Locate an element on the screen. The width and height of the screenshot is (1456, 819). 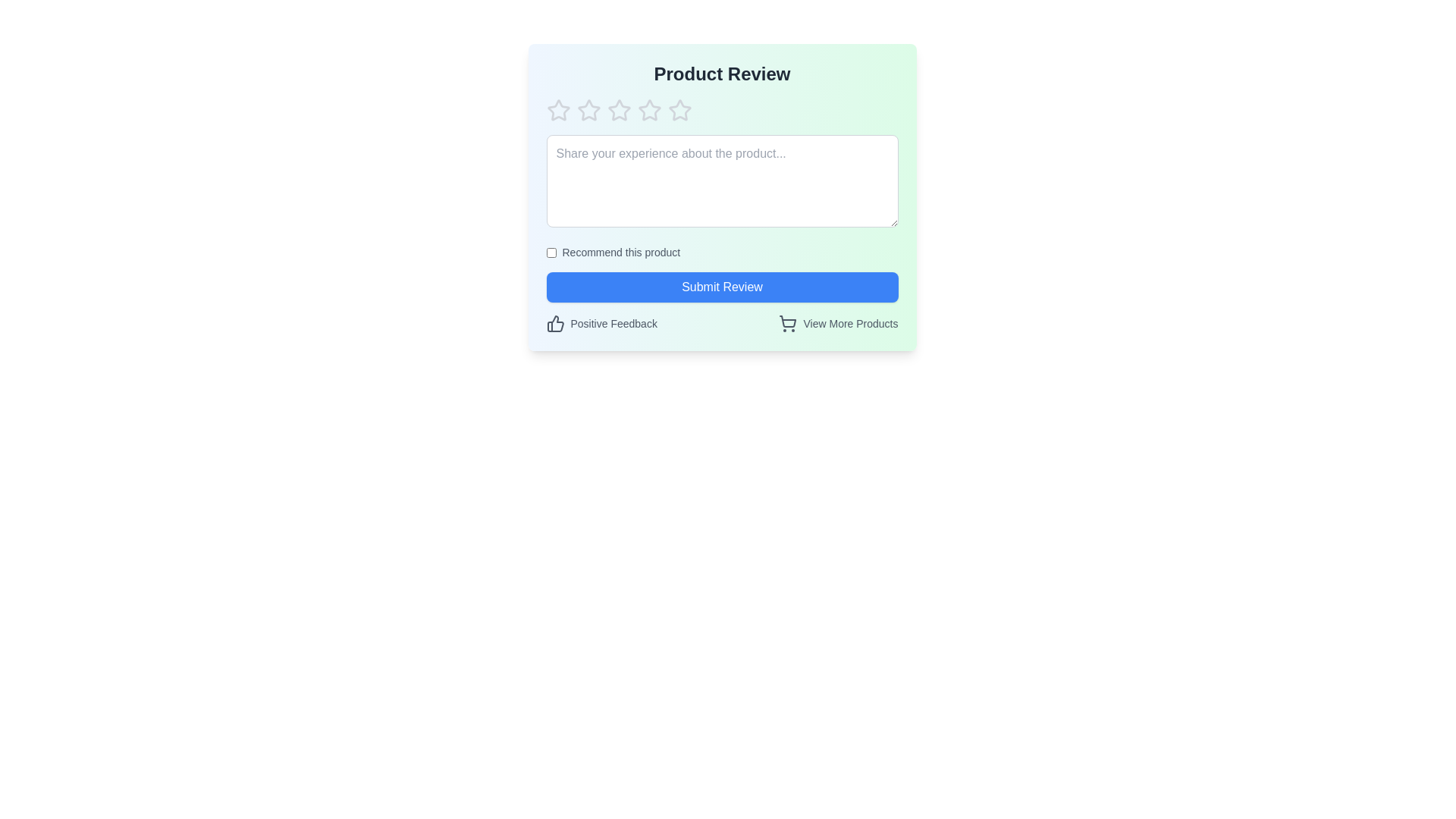
the text area and input the review text is located at coordinates (721, 180).